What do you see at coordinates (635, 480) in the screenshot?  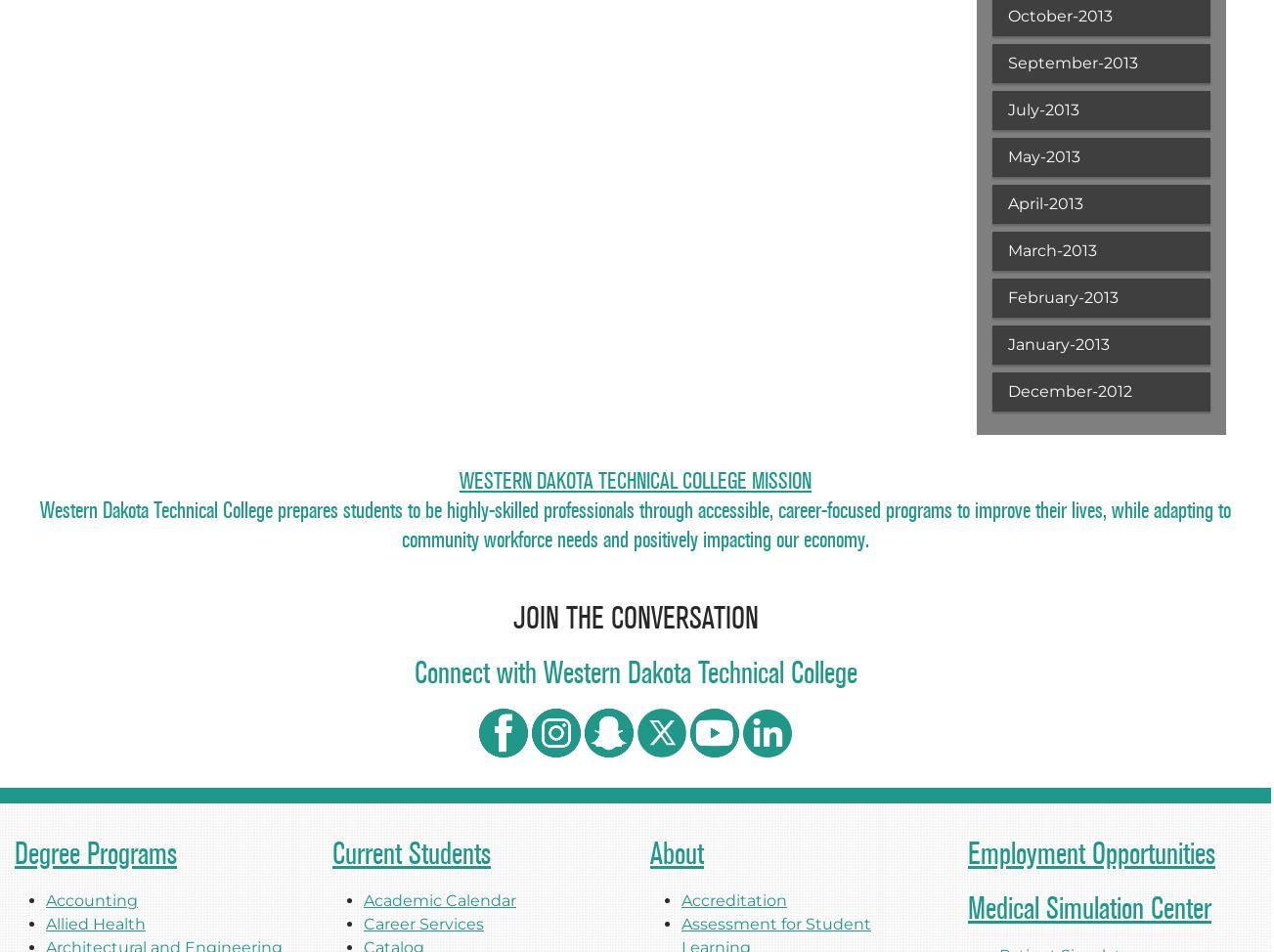 I see `'WESTERN DAKOTA TECHNICAL COLLEGE MISSION'` at bounding box center [635, 480].